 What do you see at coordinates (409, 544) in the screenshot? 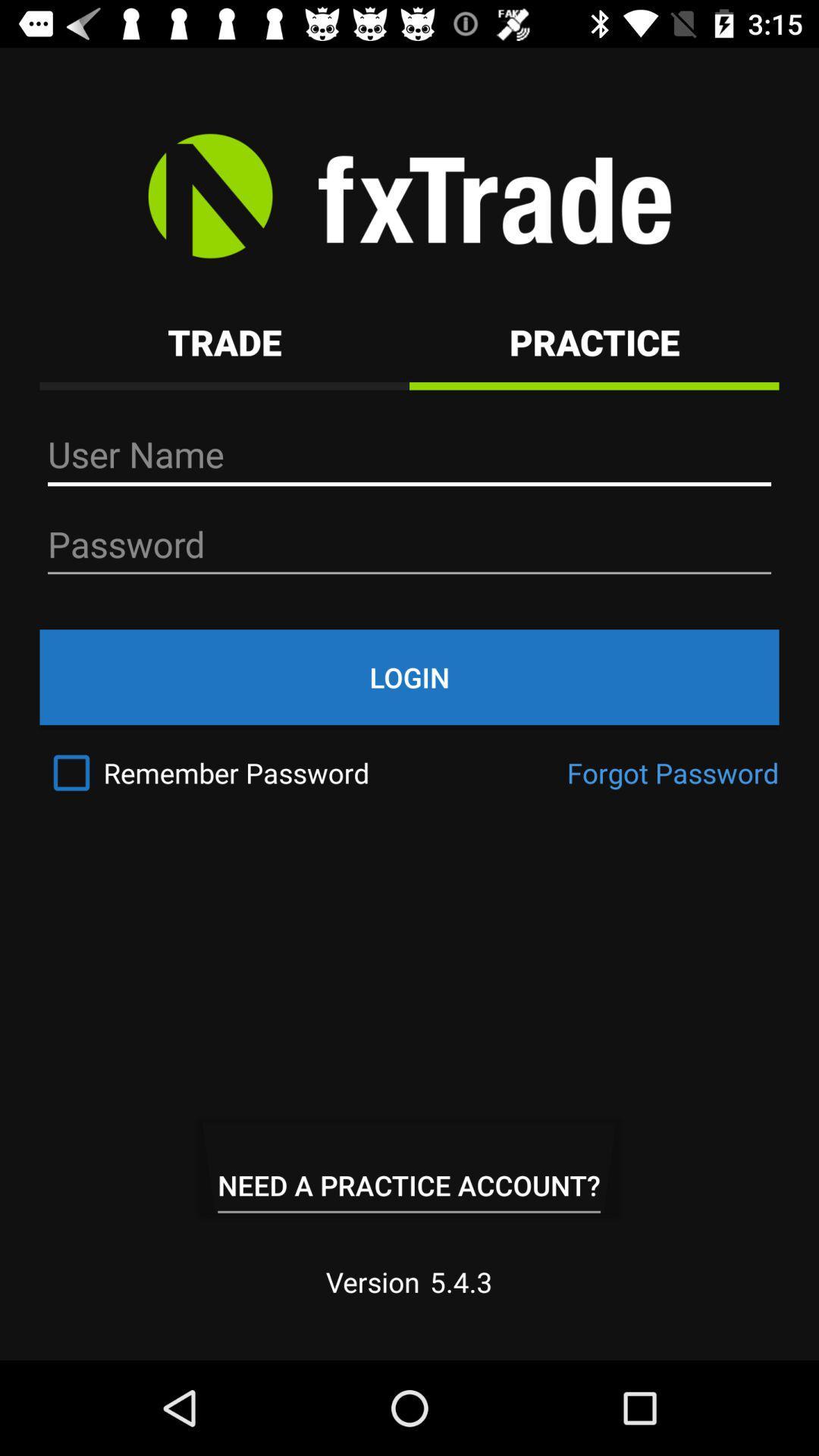
I see `the text box which says password` at bounding box center [409, 544].